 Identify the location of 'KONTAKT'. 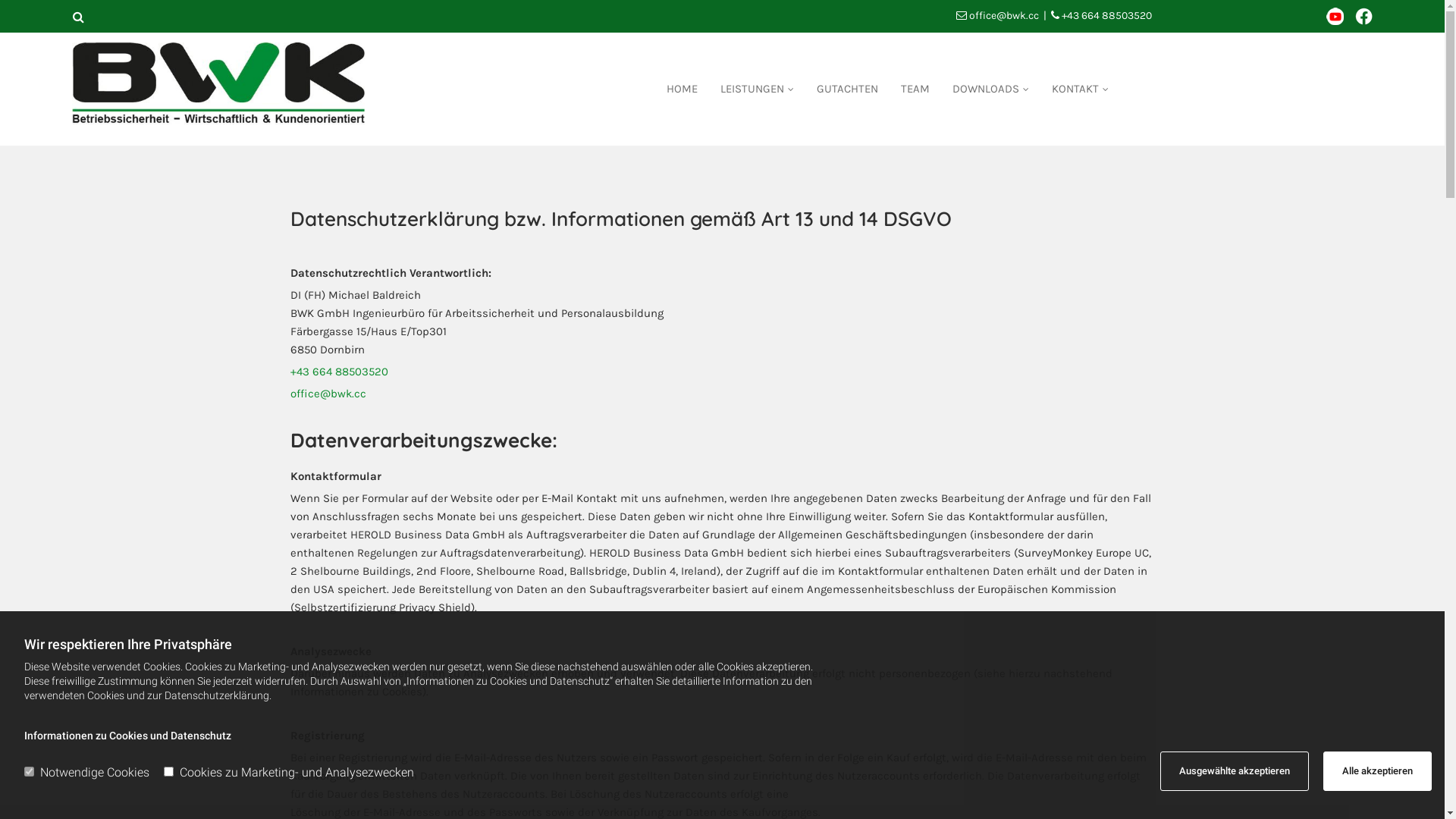
(1079, 88).